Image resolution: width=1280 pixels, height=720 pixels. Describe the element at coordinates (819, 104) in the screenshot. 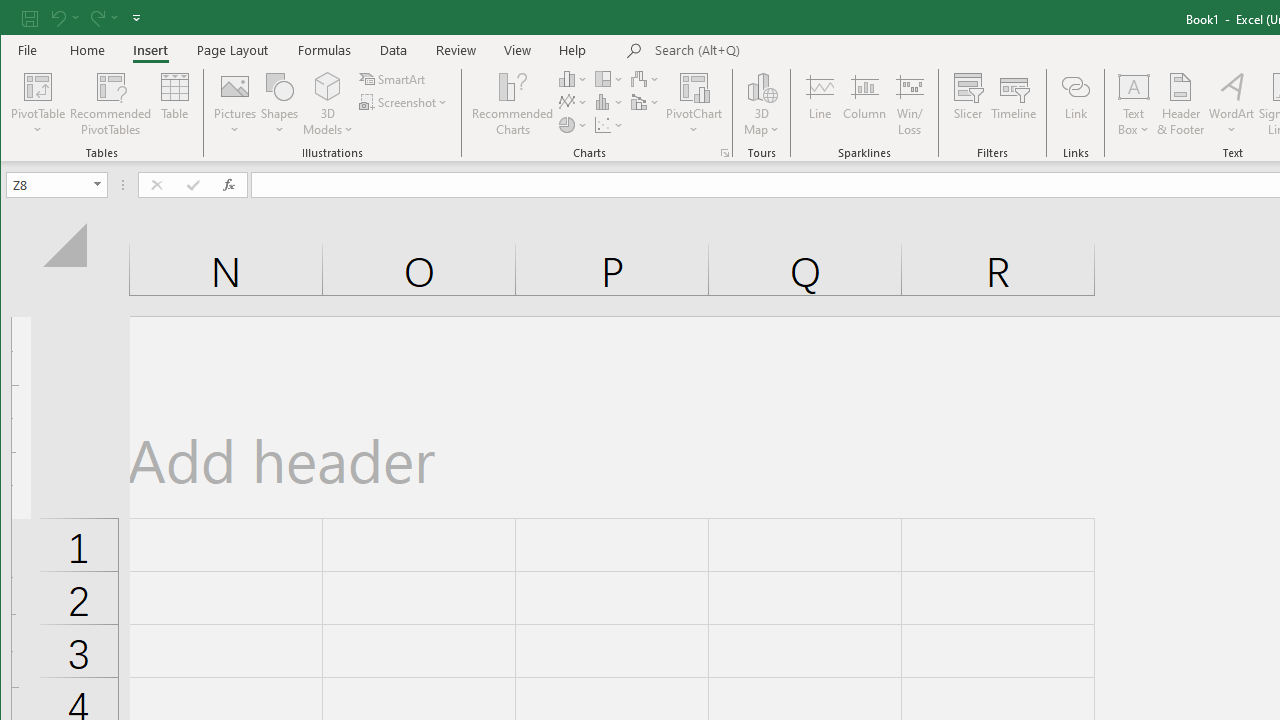

I see `'Line'` at that location.